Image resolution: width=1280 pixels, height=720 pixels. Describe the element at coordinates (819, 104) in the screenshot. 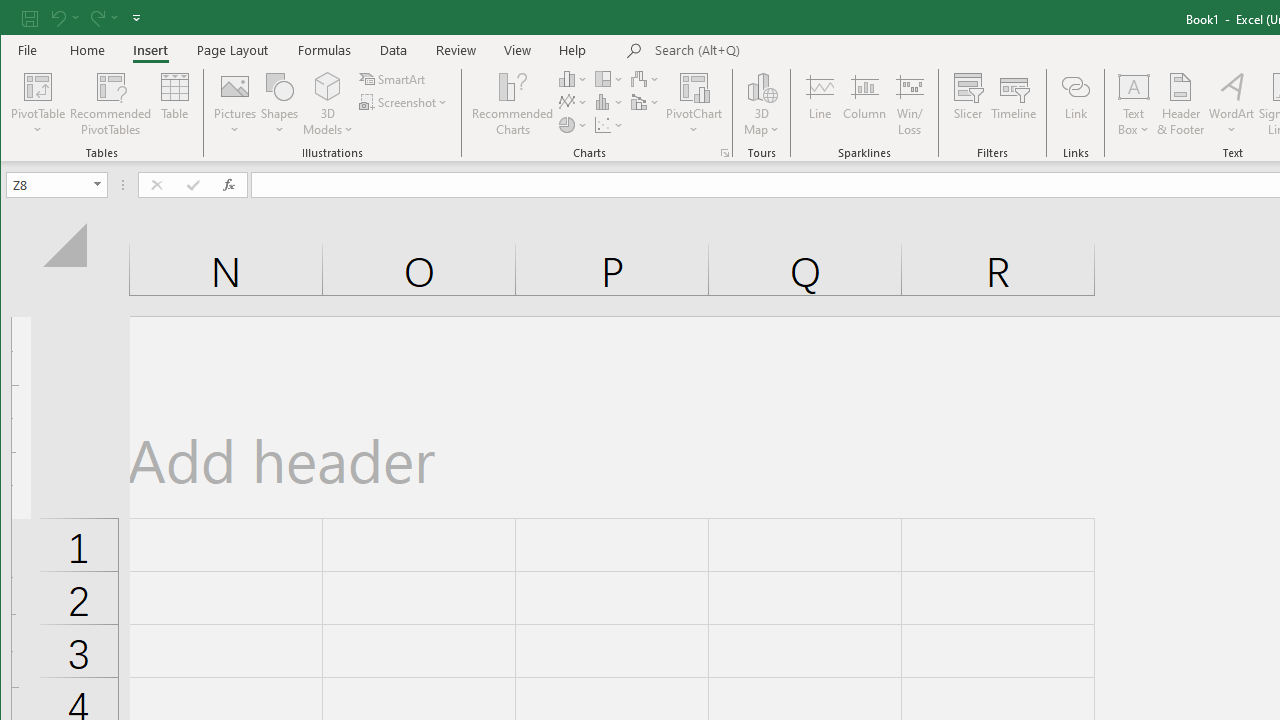

I see `'Line'` at that location.